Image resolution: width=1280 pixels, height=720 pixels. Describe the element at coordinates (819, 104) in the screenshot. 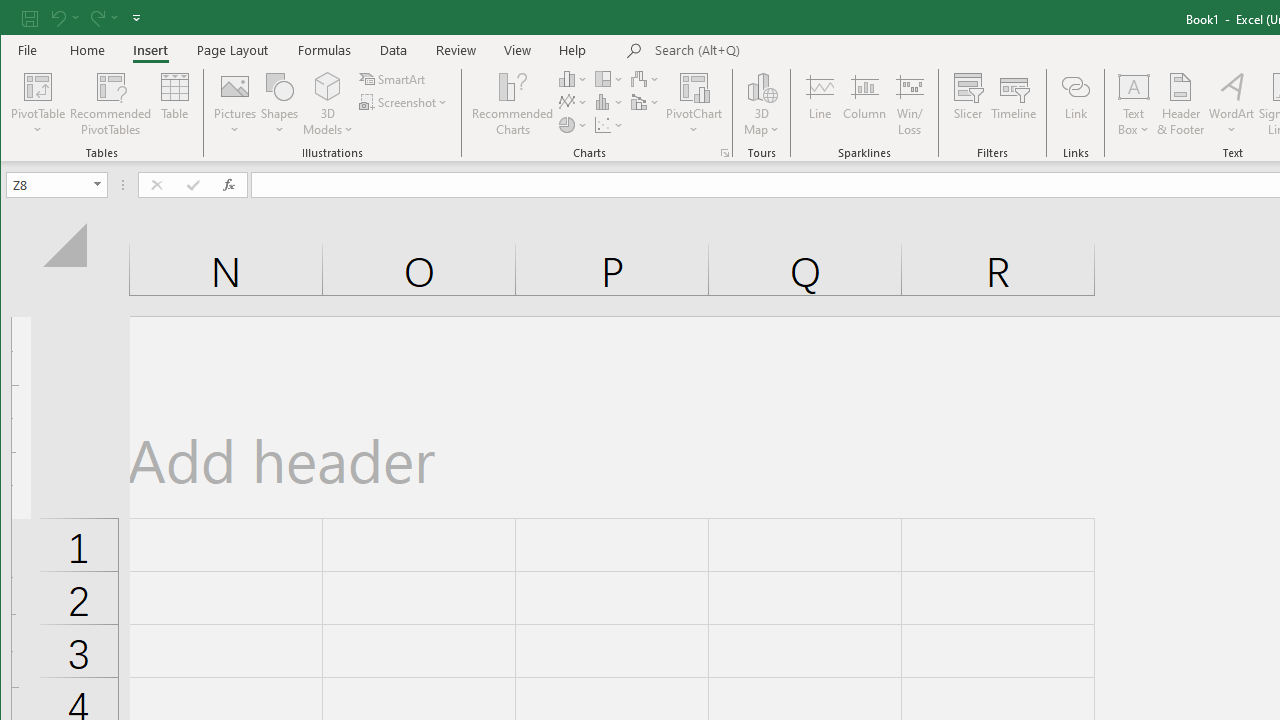

I see `'Line'` at that location.